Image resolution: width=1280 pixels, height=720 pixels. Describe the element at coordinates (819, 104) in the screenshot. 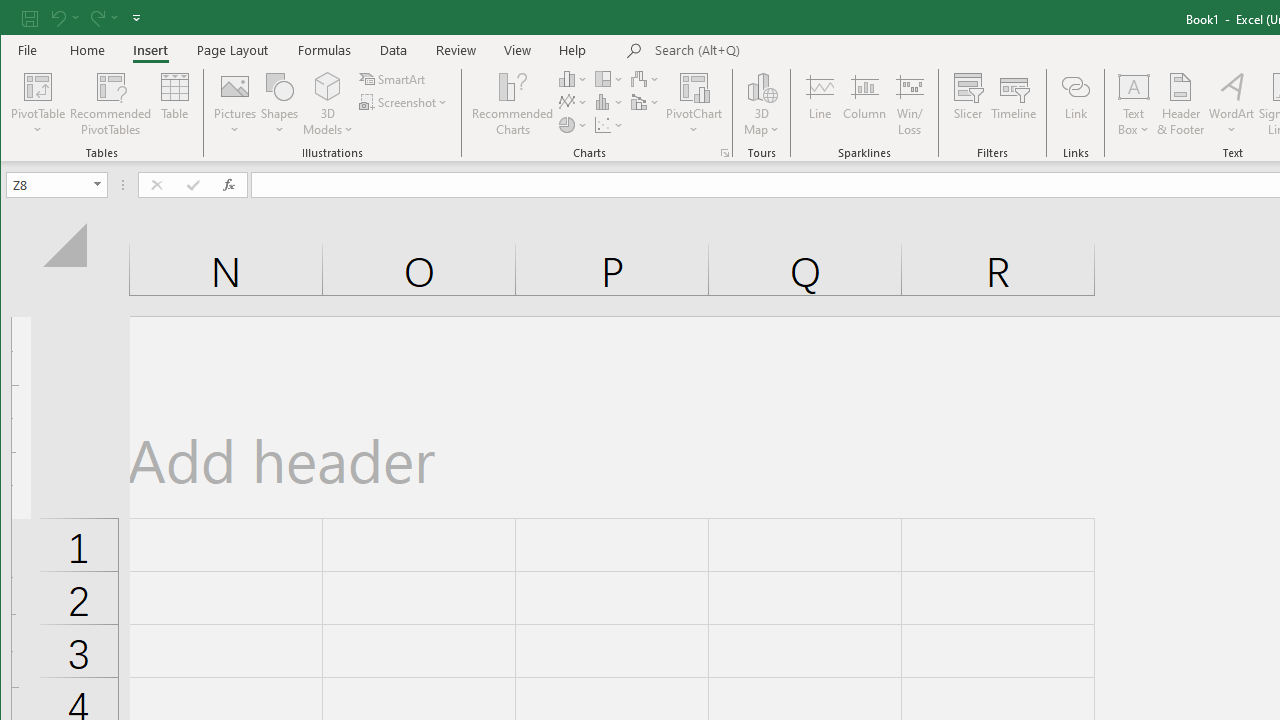

I see `'Line'` at that location.